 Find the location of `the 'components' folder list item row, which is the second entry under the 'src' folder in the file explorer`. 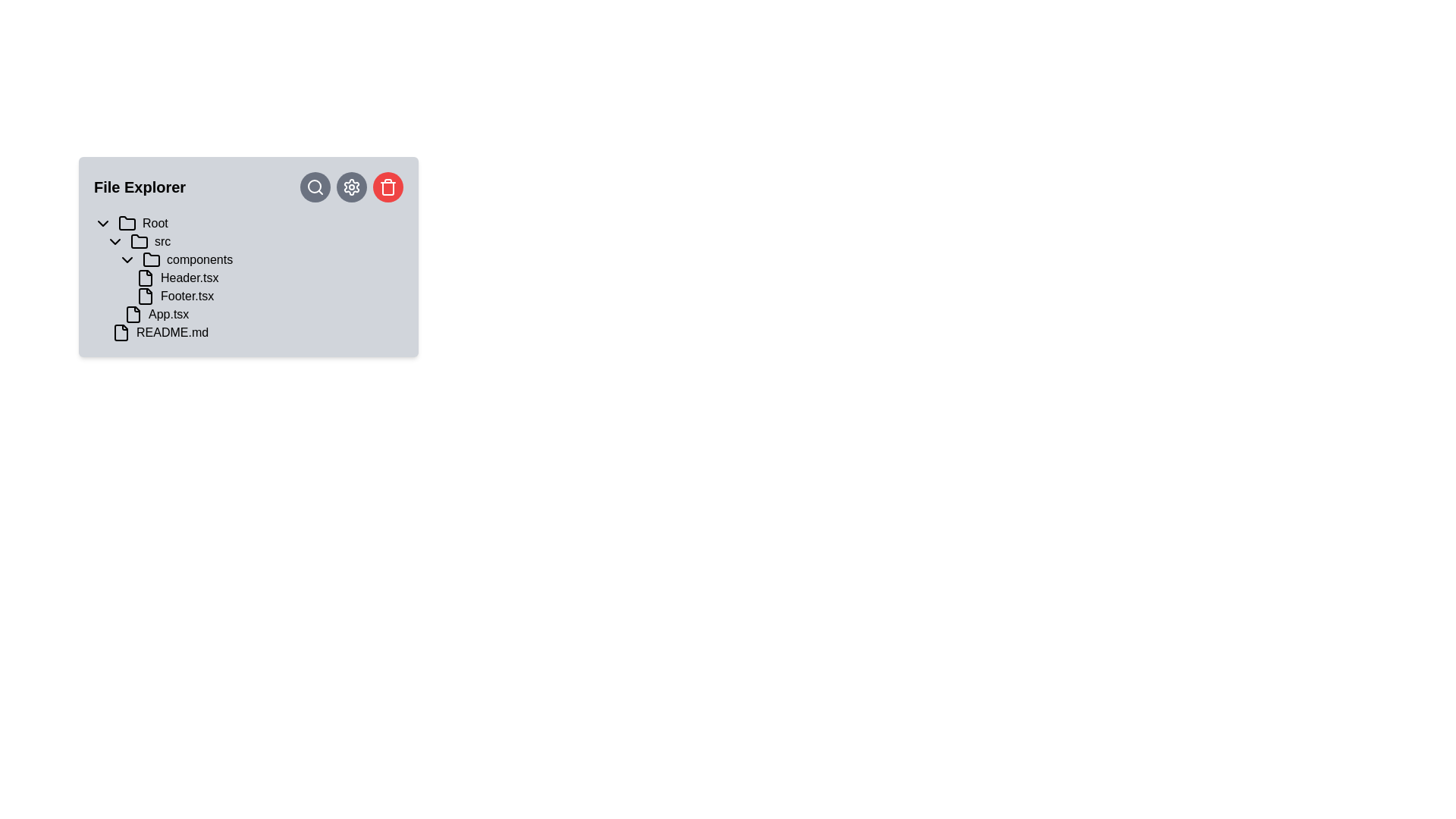

the 'components' folder list item row, which is the second entry under the 'src' folder in the file explorer is located at coordinates (261, 278).